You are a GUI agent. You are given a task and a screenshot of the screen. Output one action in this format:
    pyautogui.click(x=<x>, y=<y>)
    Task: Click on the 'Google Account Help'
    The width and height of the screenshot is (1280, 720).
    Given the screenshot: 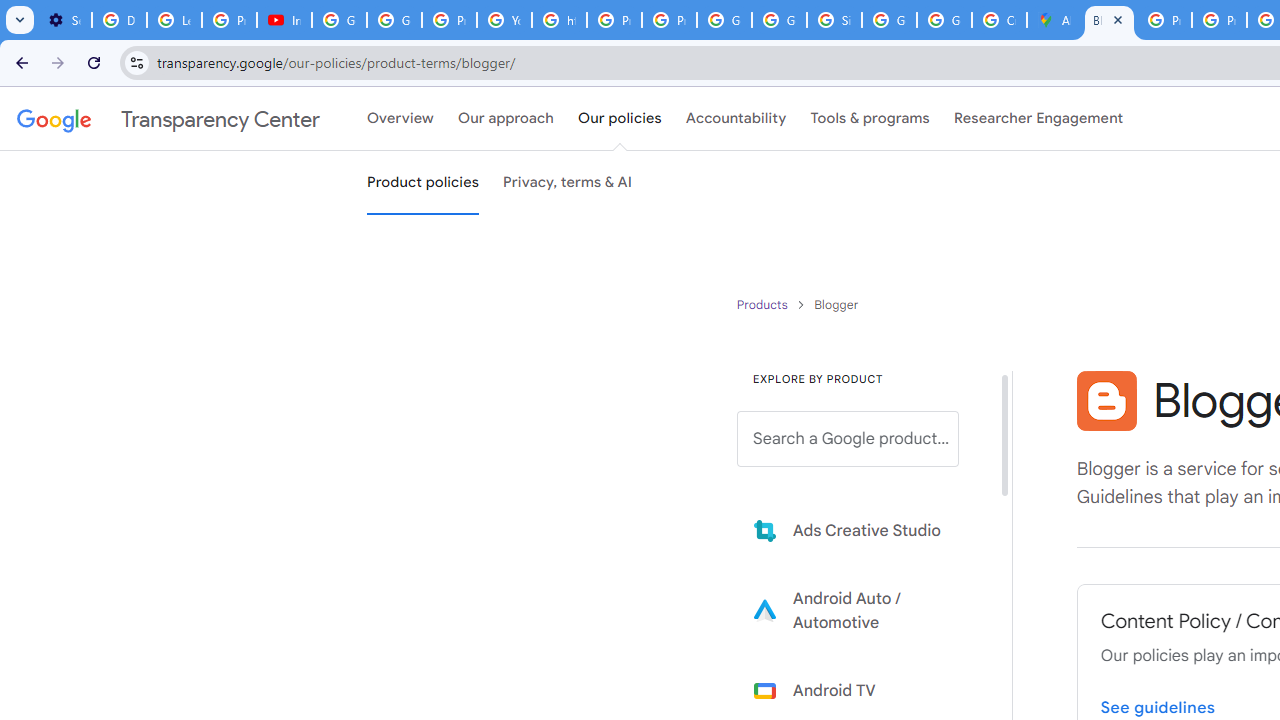 What is the action you would take?
    pyautogui.click(x=339, y=20)
    